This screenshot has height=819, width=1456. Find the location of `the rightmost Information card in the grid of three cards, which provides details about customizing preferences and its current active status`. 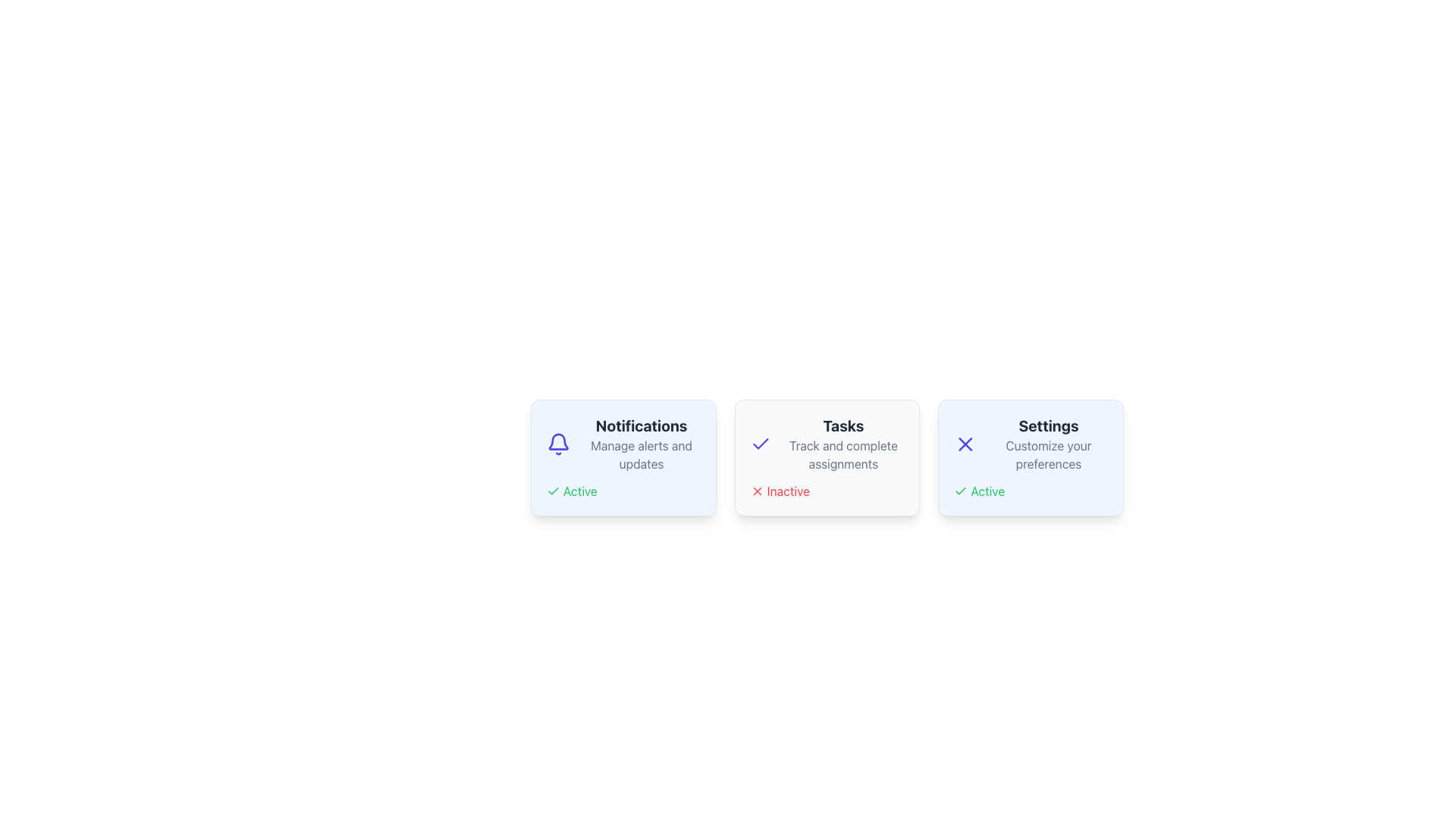

the rightmost Information card in the grid of three cards, which provides details about customizing preferences and its current active status is located at coordinates (1030, 457).